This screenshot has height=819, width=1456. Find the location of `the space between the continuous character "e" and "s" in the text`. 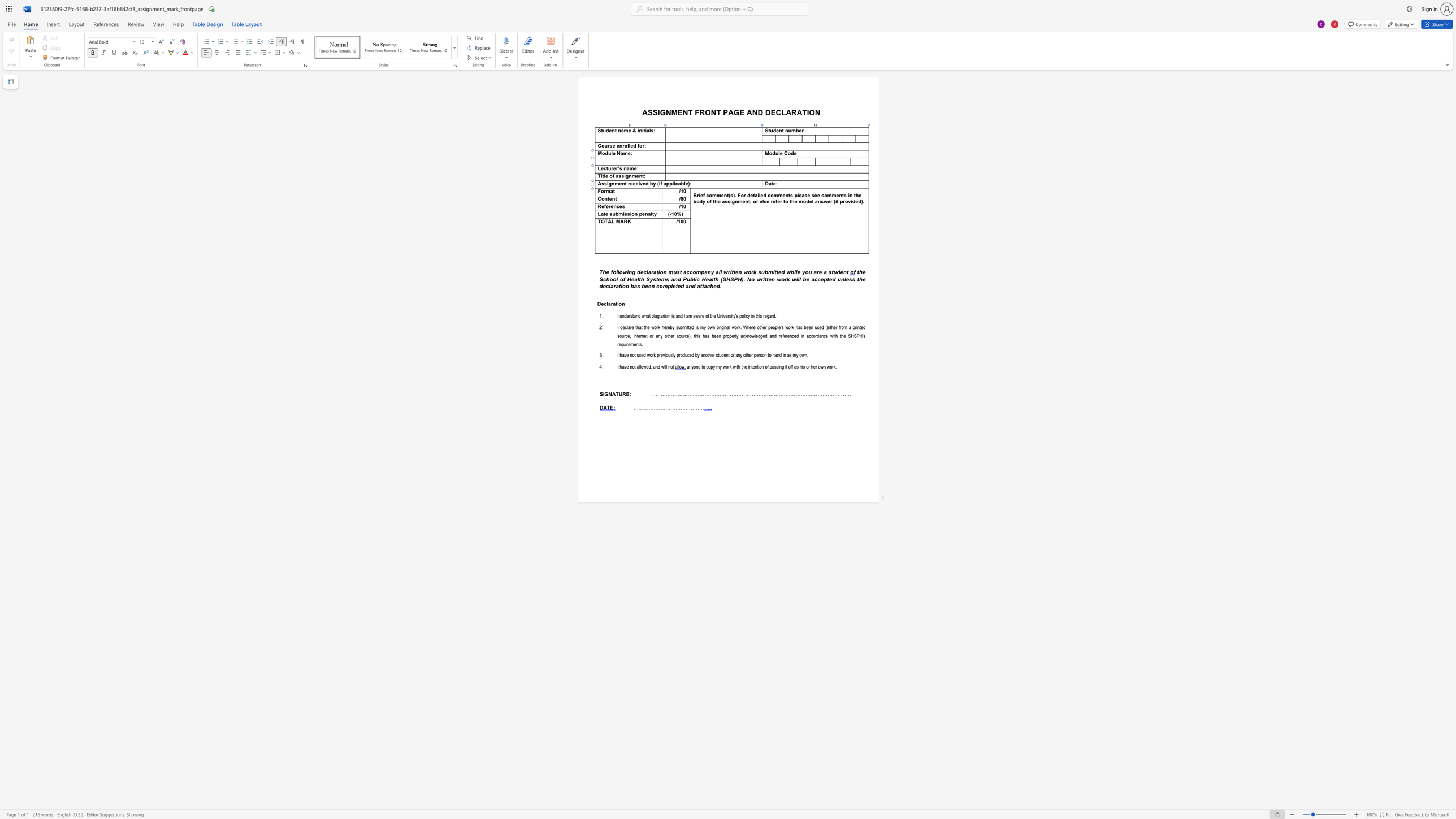

the space between the continuous character "e" and "s" in the text is located at coordinates (622, 206).